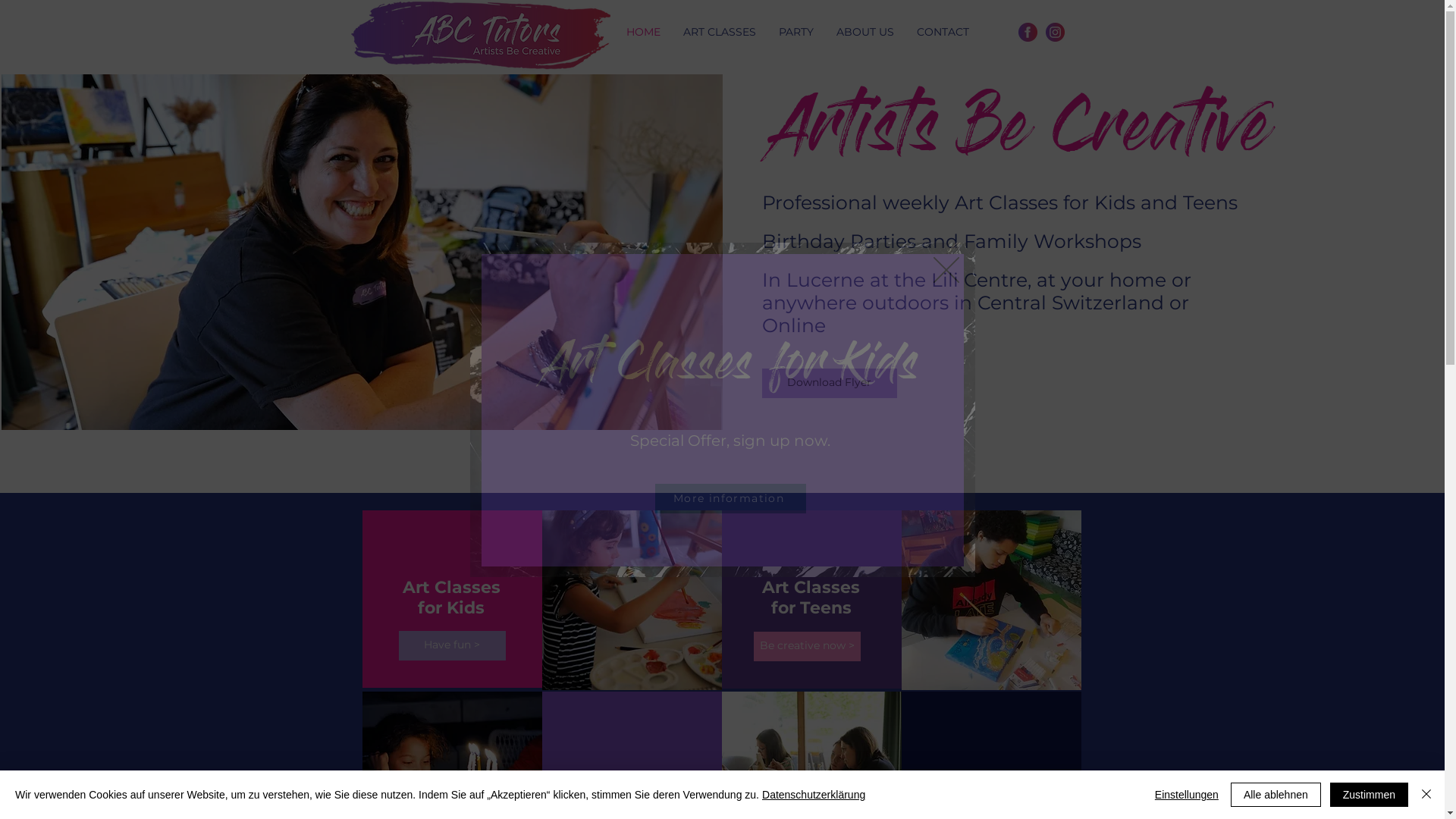 Image resolution: width=1456 pixels, height=819 pixels. What do you see at coordinates (1369, 794) in the screenshot?
I see `'Zustimmen'` at bounding box center [1369, 794].